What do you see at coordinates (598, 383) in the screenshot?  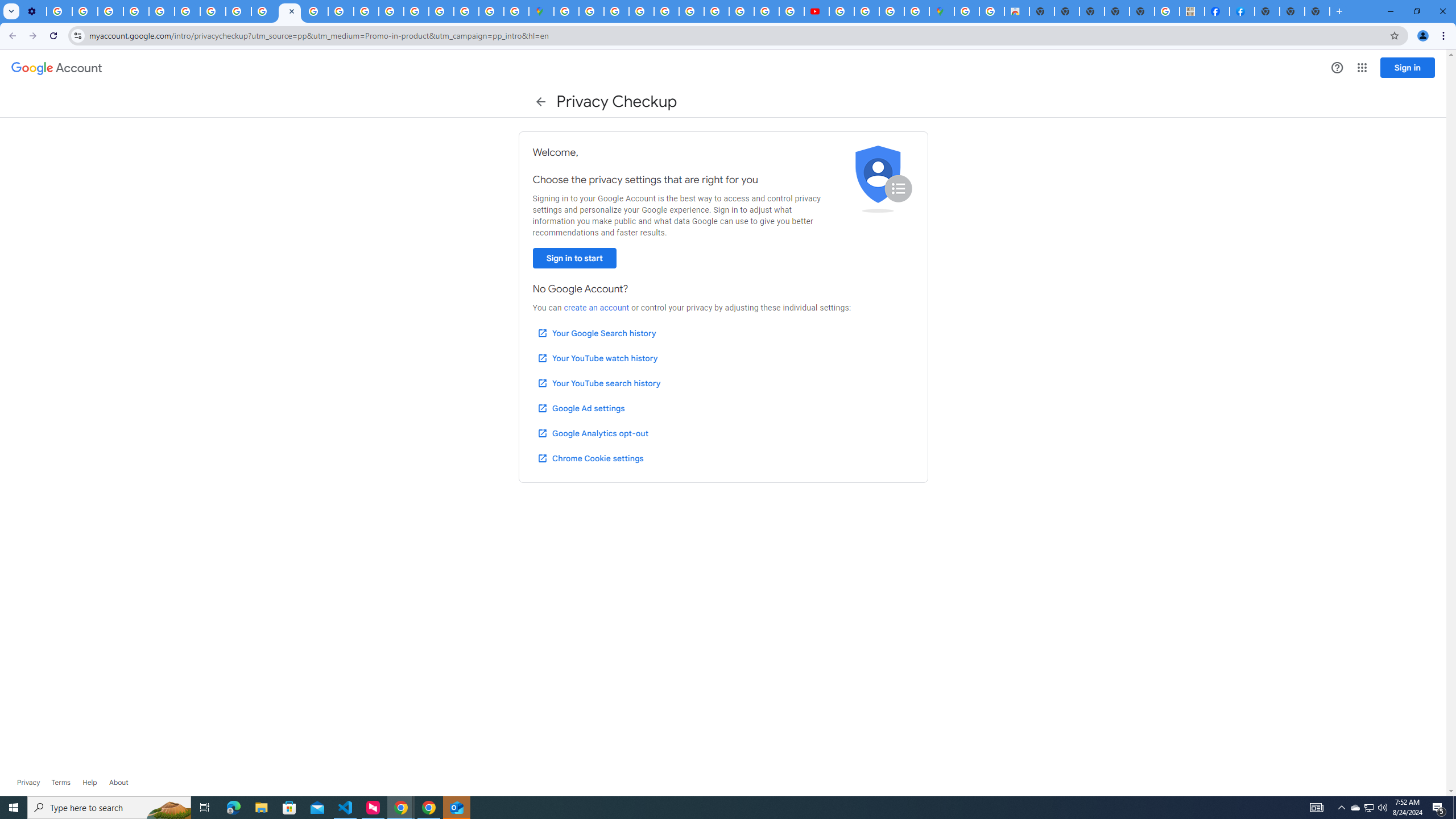 I see `'Your YouTube search history'` at bounding box center [598, 383].